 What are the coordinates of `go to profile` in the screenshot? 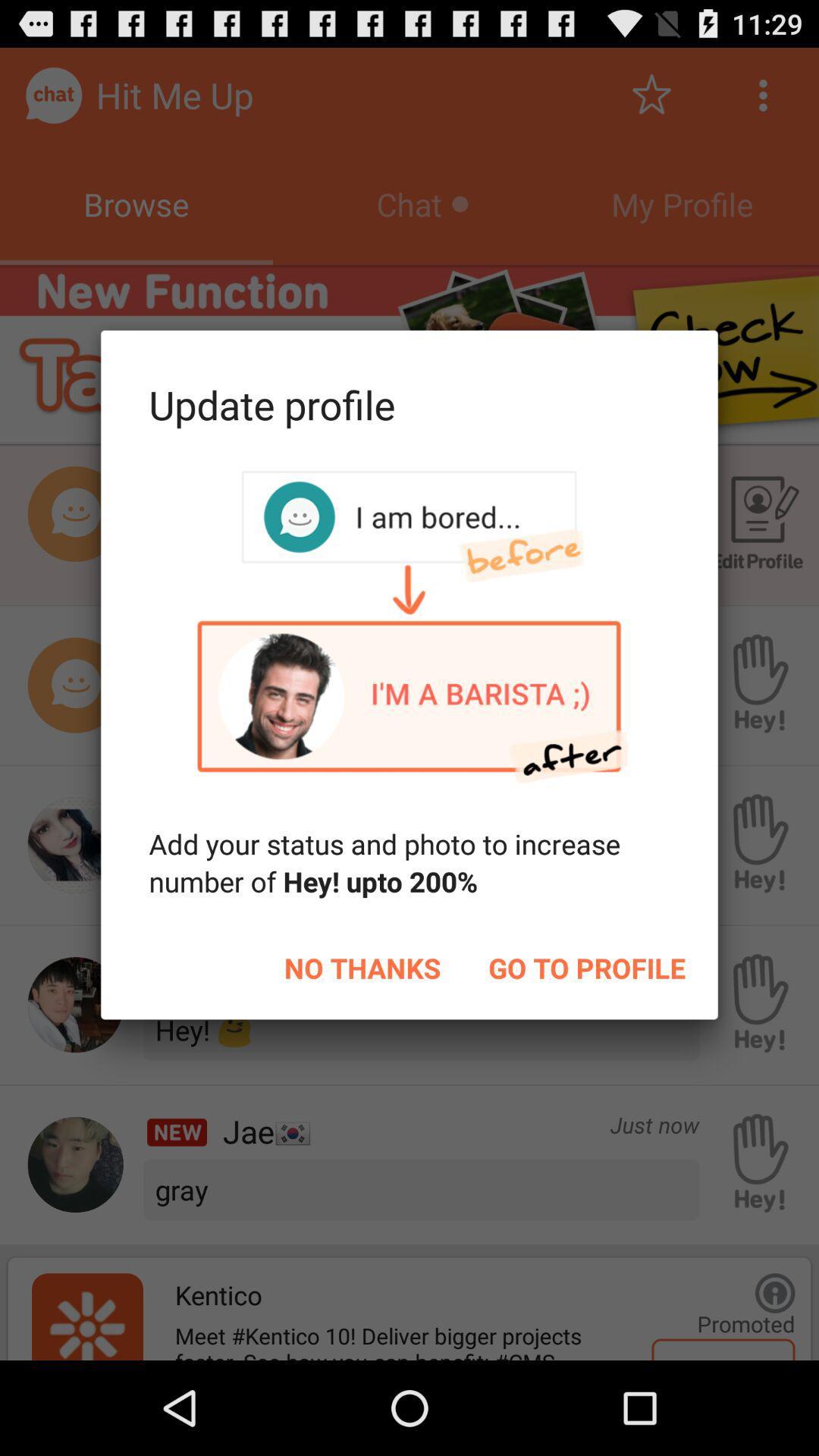 It's located at (586, 967).